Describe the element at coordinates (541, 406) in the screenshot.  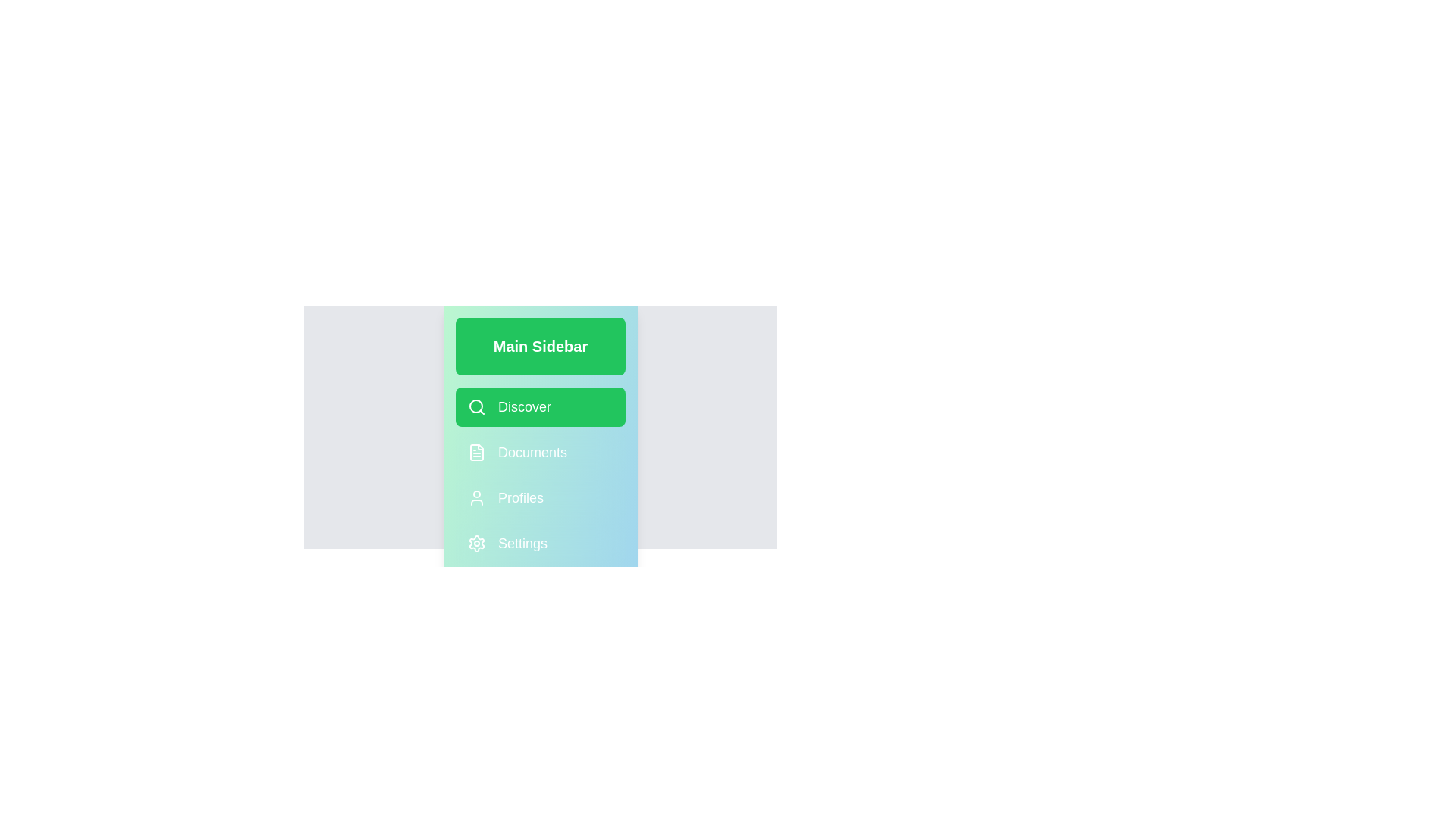
I see `the green rectangular button labeled 'Discover' with a magnifying glass icon on the left, located directly below the 'Main Sidebar' title in the sidebar` at that location.